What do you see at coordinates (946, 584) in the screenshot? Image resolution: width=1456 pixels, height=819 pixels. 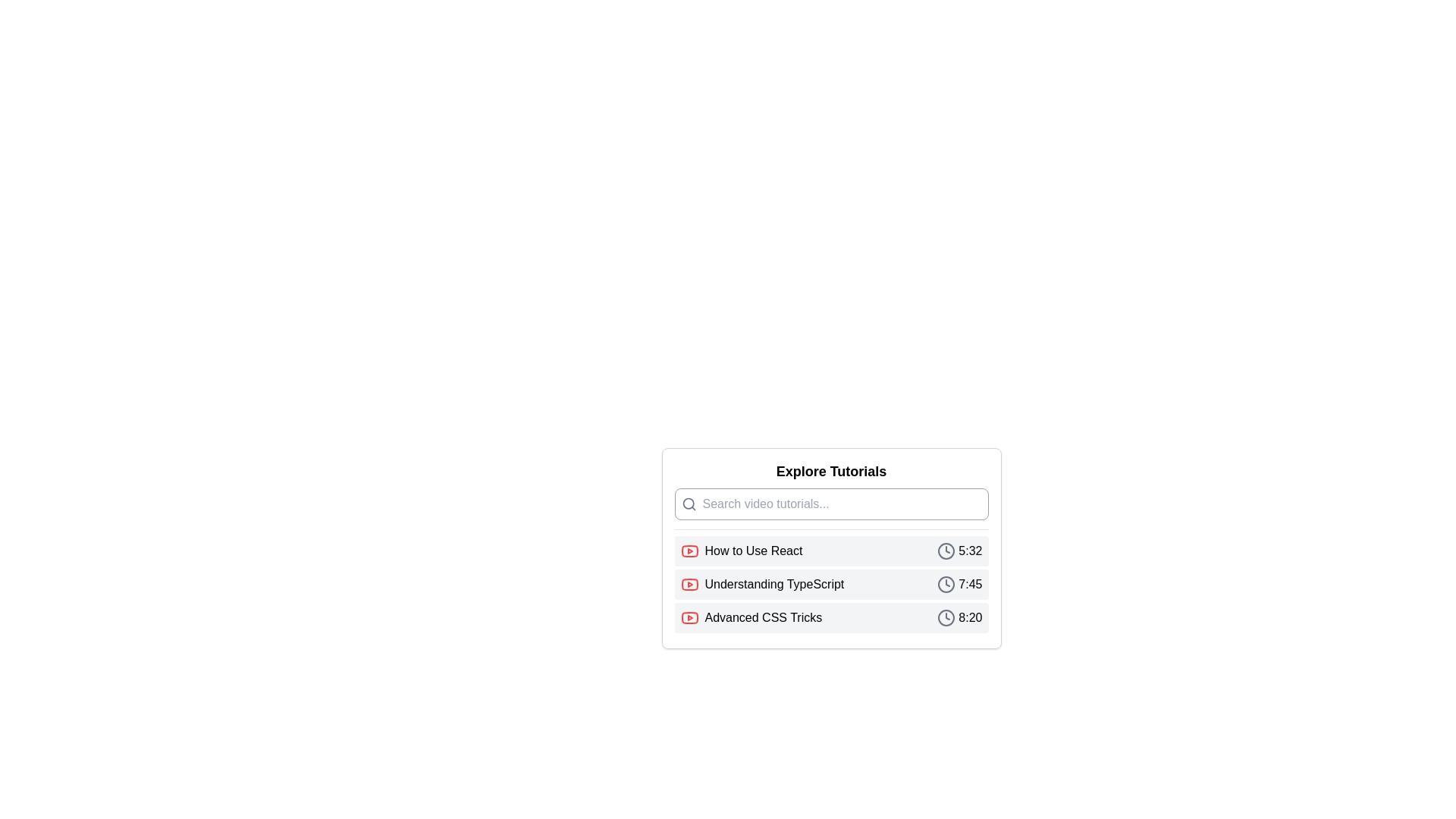 I see `the decorative clock icon located to the left of the time '7:45' in the 'Explore Tutorials' section` at bounding box center [946, 584].